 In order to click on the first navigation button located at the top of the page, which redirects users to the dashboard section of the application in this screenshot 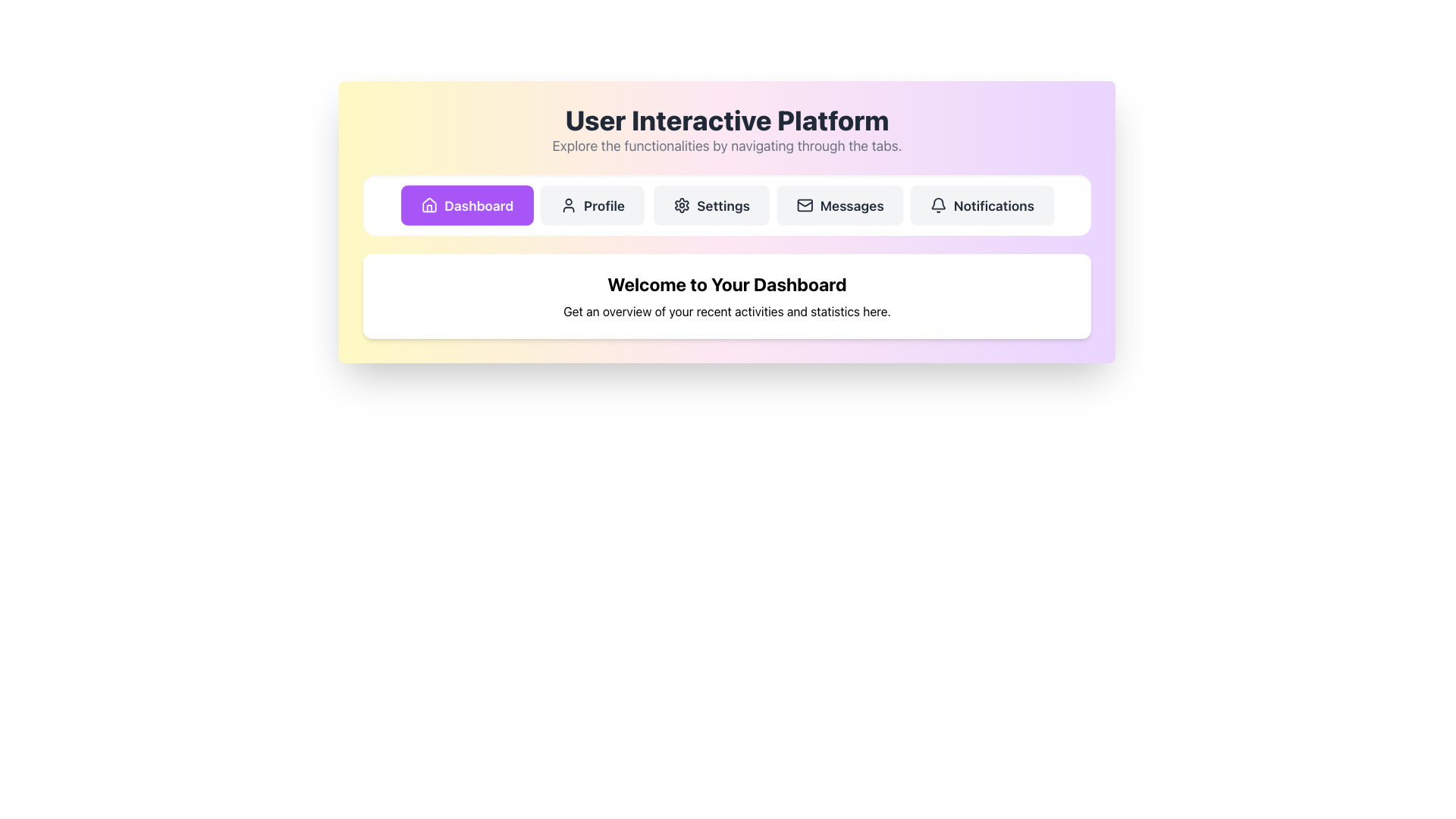, I will do `click(466, 205)`.